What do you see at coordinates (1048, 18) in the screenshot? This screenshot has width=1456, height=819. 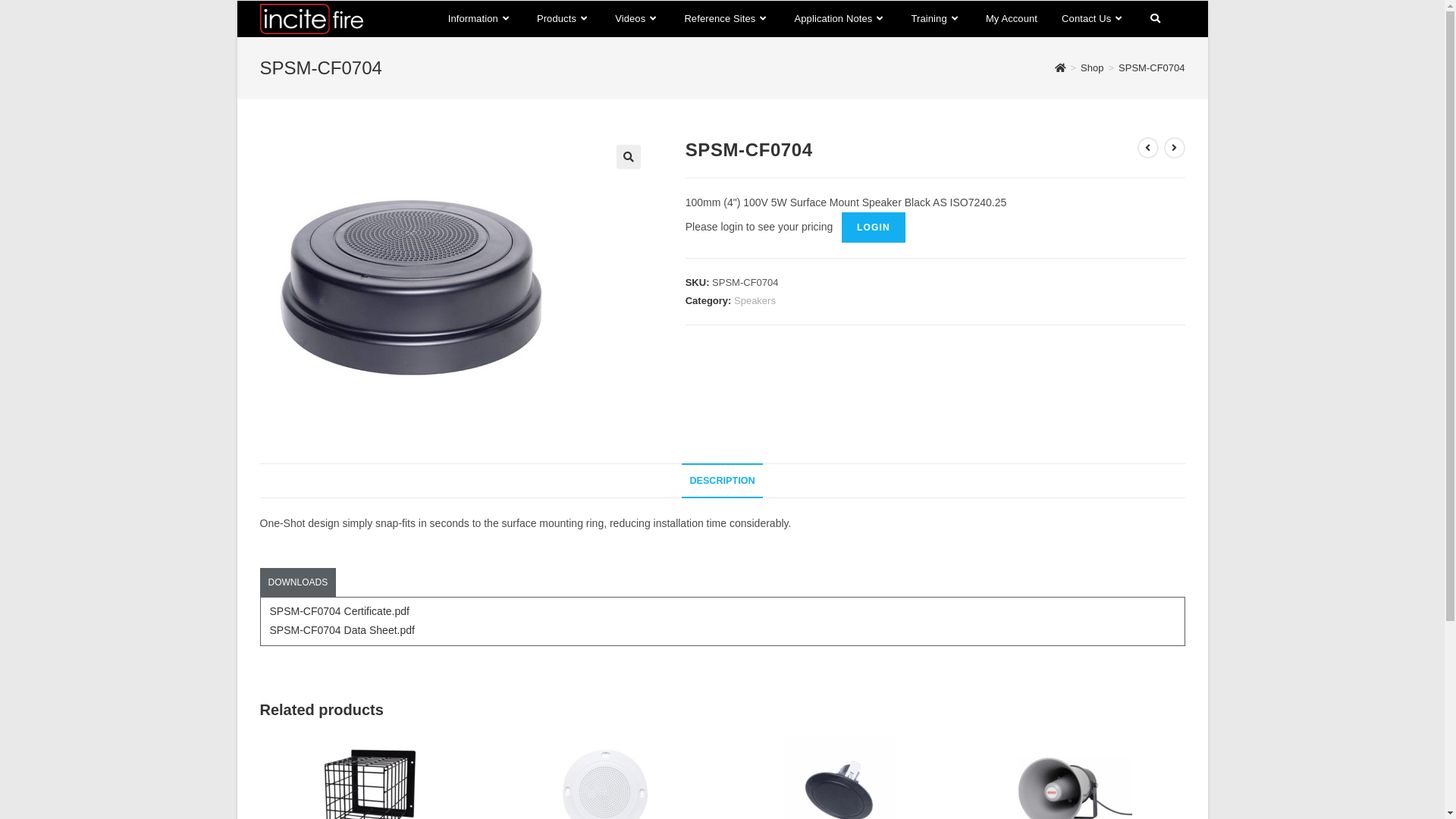 I see `'Contact Us'` at bounding box center [1048, 18].